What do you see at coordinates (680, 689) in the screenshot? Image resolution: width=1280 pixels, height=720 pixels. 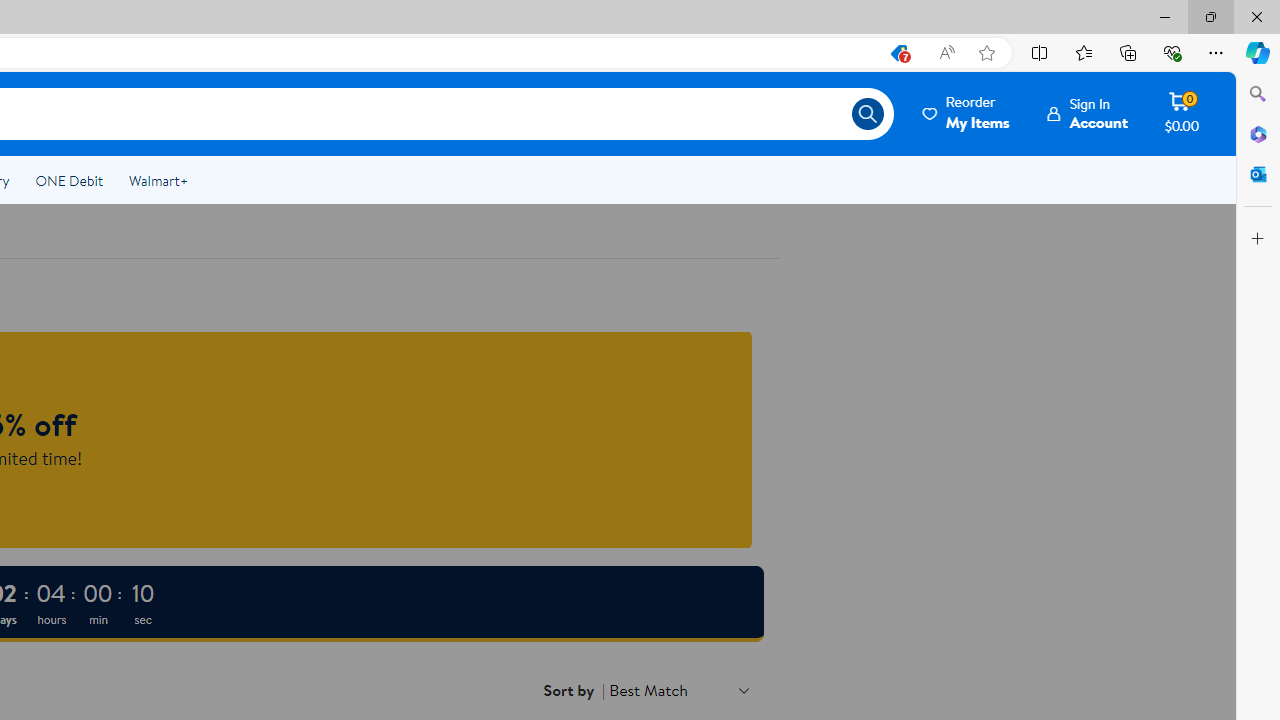 I see `'Sort by Best Match'` at bounding box center [680, 689].